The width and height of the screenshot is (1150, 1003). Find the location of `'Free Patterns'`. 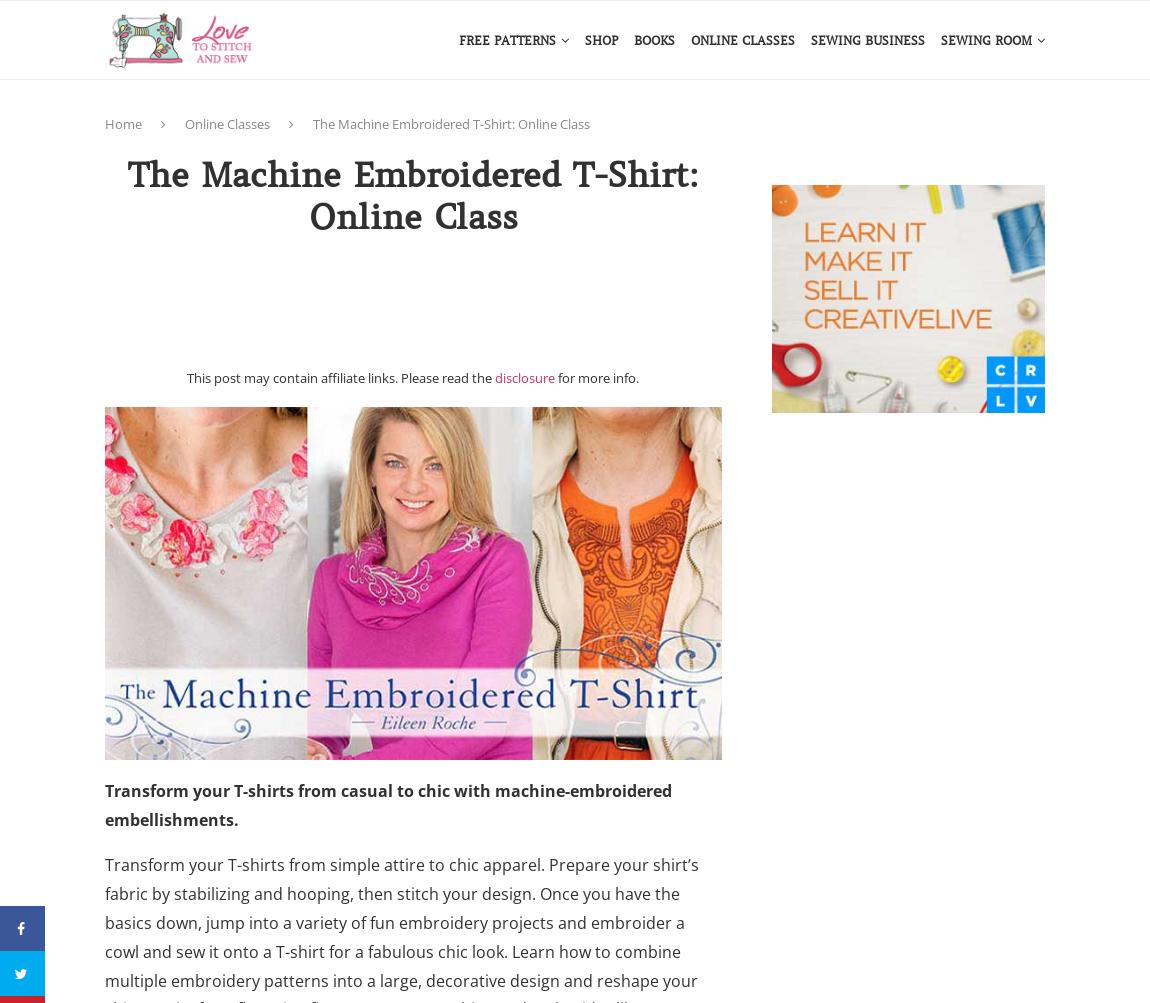

'Free Patterns' is located at coordinates (507, 40).